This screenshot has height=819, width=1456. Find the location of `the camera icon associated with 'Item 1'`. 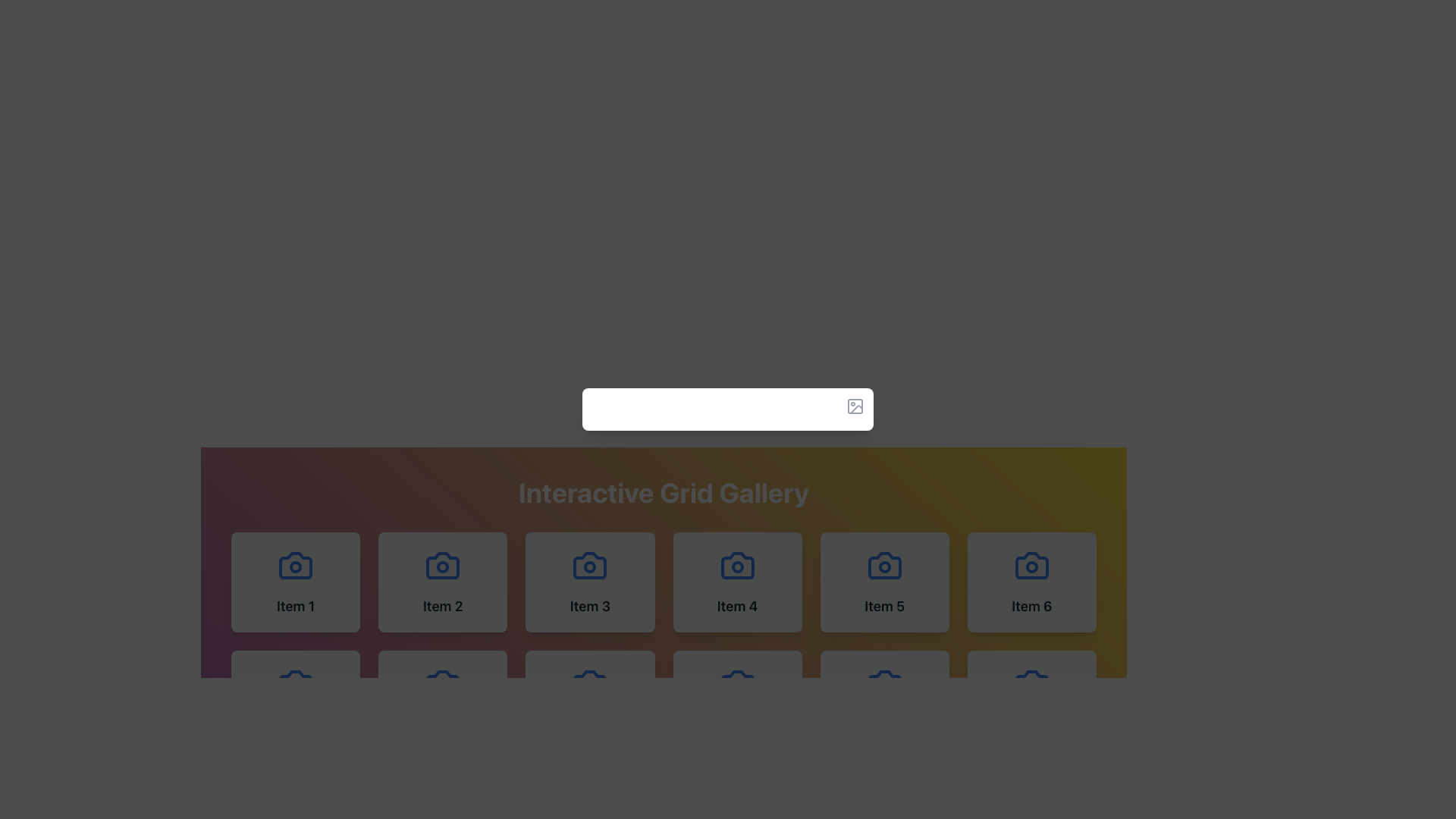

the camera icon associated with 'Item 1' is located at coordinates (296, 565).